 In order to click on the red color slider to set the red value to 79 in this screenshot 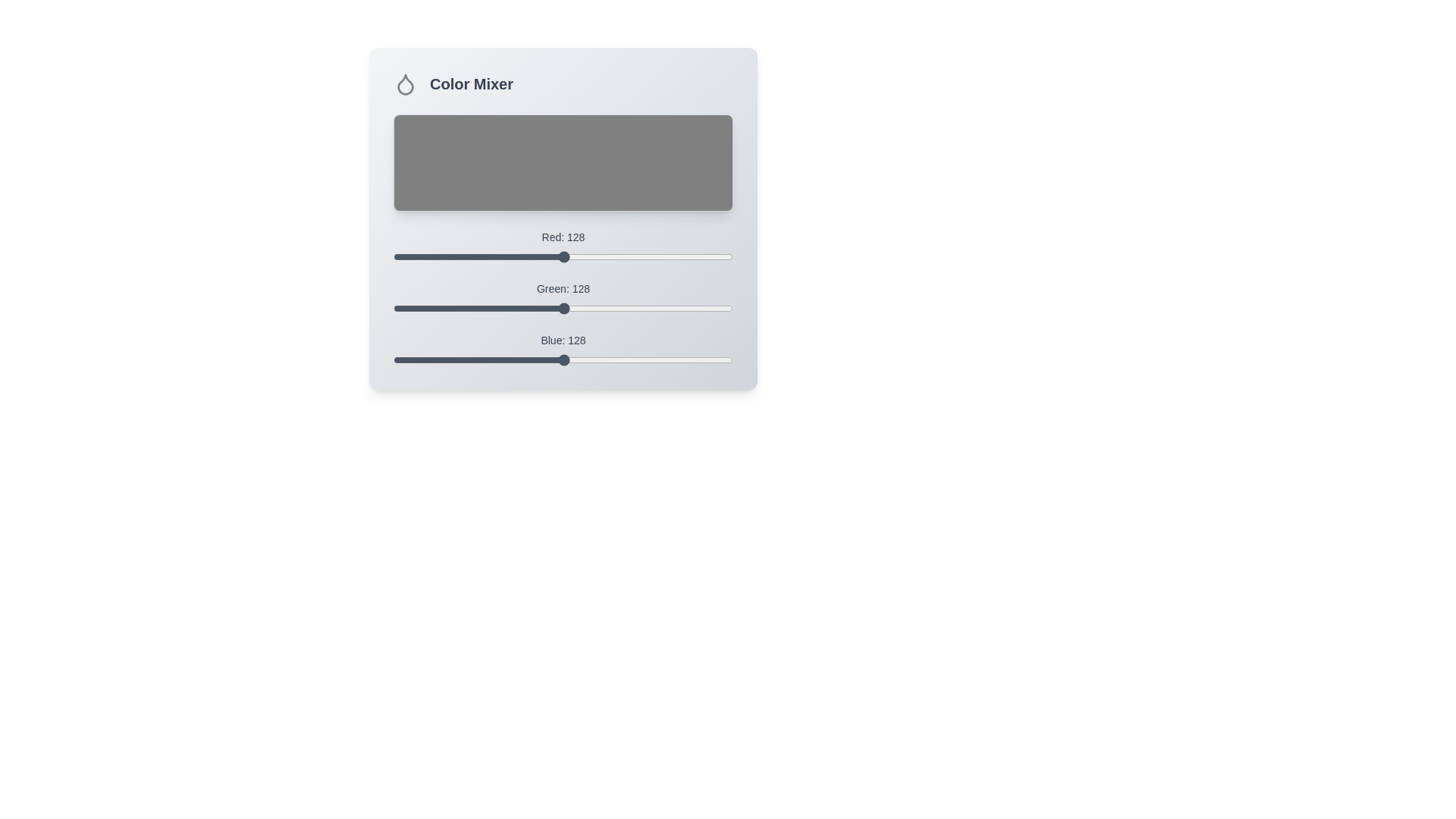, I will do `click(498, 256)`.